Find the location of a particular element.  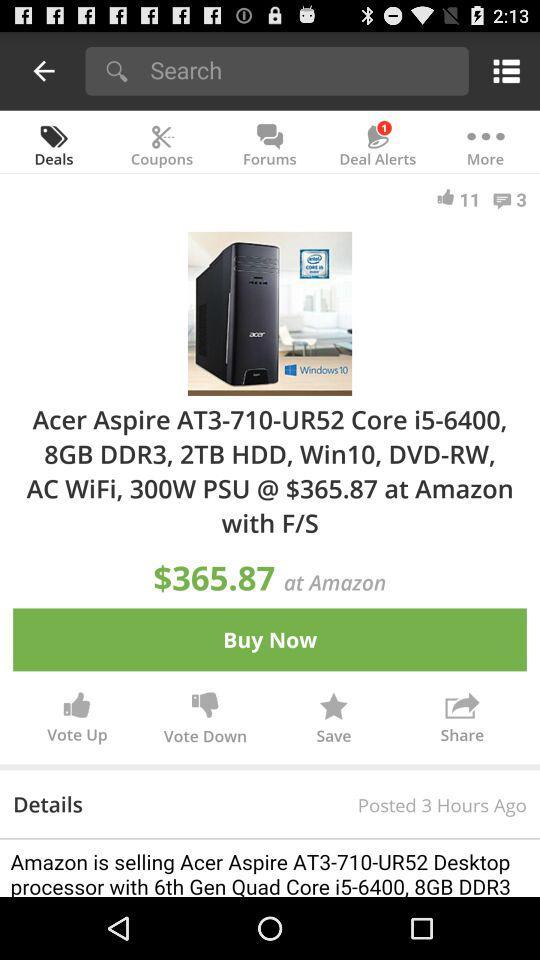

search box is located at coordinates (302, 69).